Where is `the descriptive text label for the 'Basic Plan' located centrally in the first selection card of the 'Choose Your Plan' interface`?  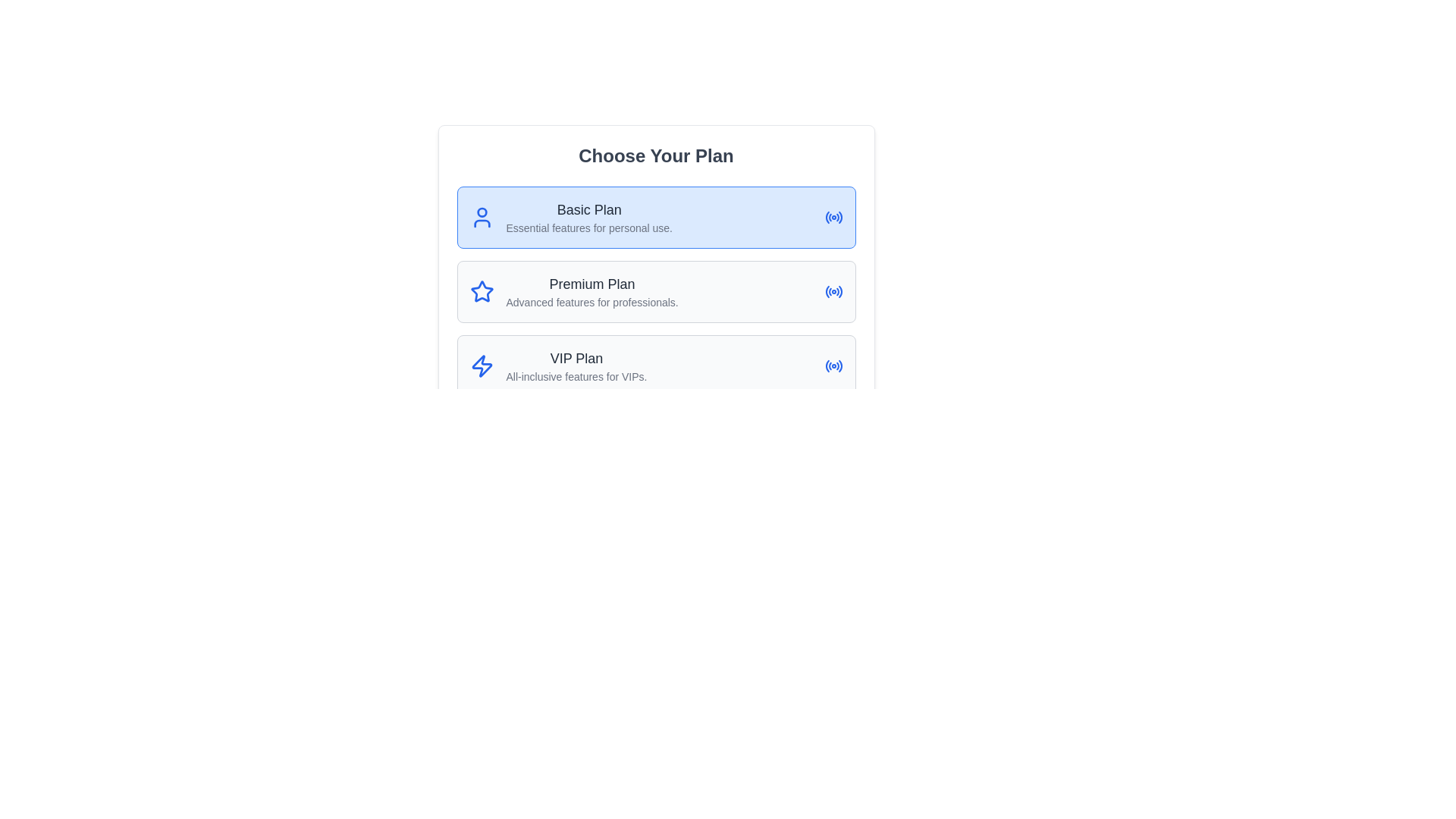 the descriptive text label for the 'Basic Plan' located centrally in the first selection card of the 'Choose Your Plan' interface is located at coordinates (588, 217).